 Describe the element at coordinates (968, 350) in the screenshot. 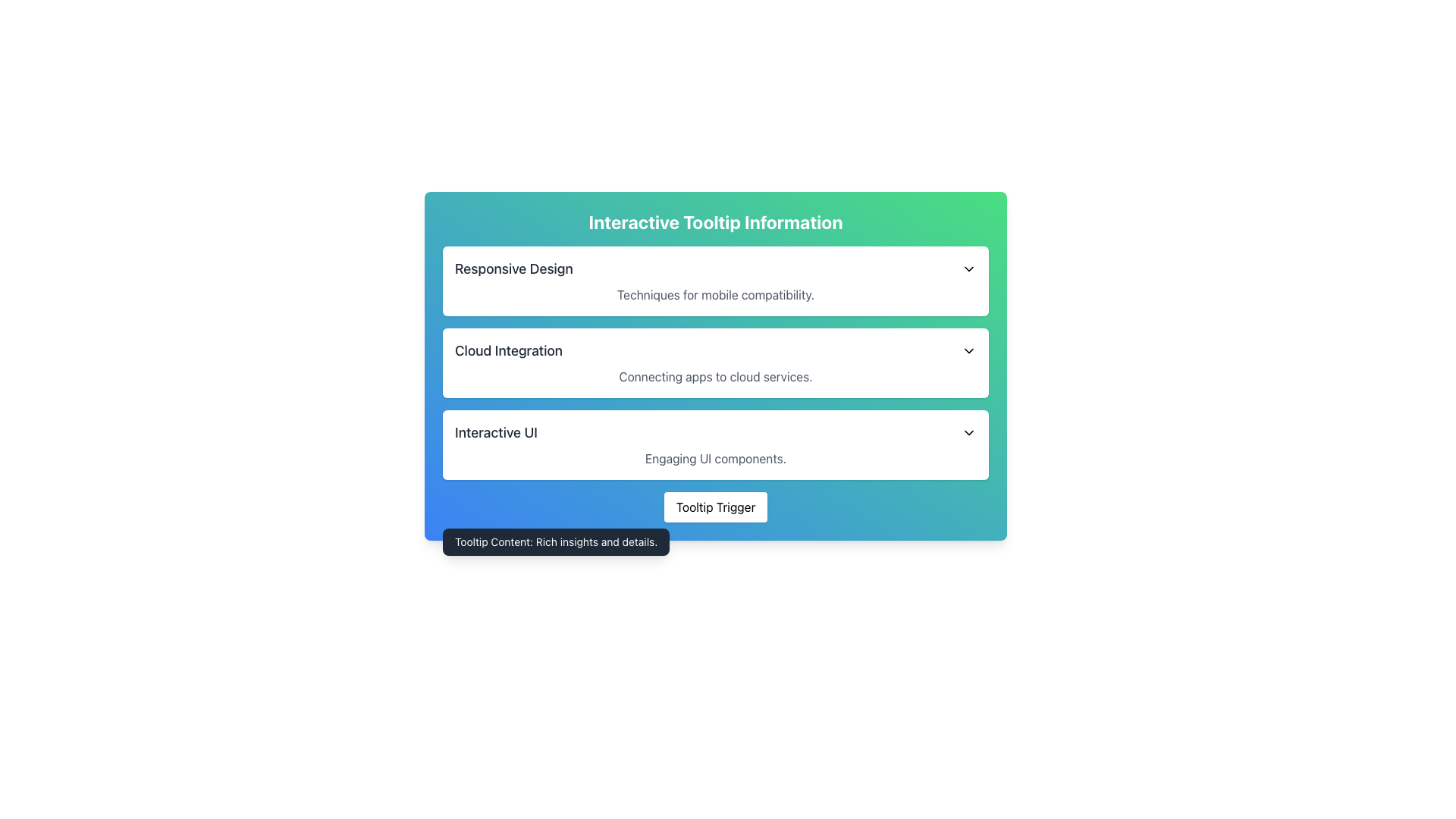

I see `the chevron icon button next to the 'Cloud Integration' label` at that location.